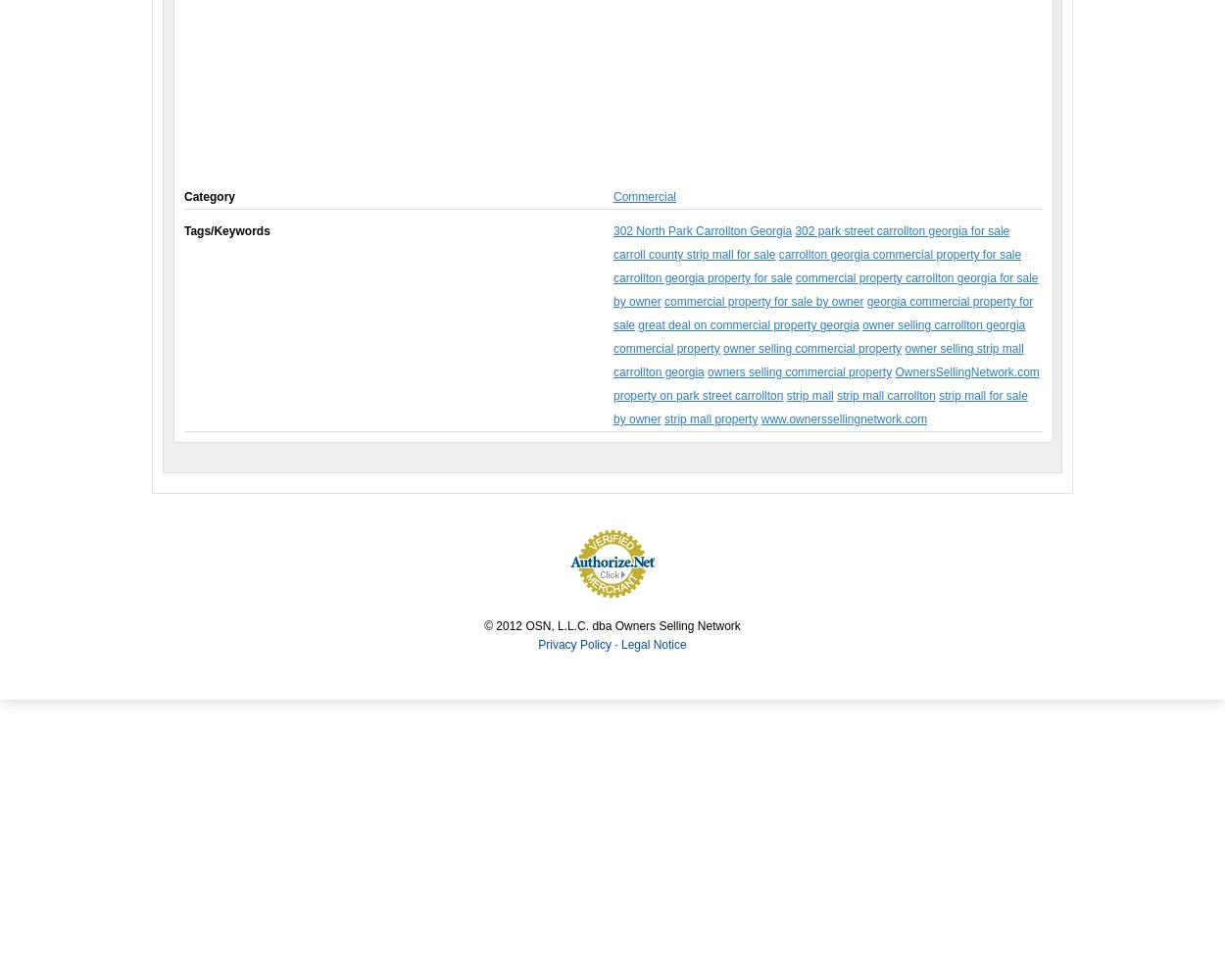 The image size is (1225, 980). I want to click on 'great deal on commercial property georgia', so click(748, 324).